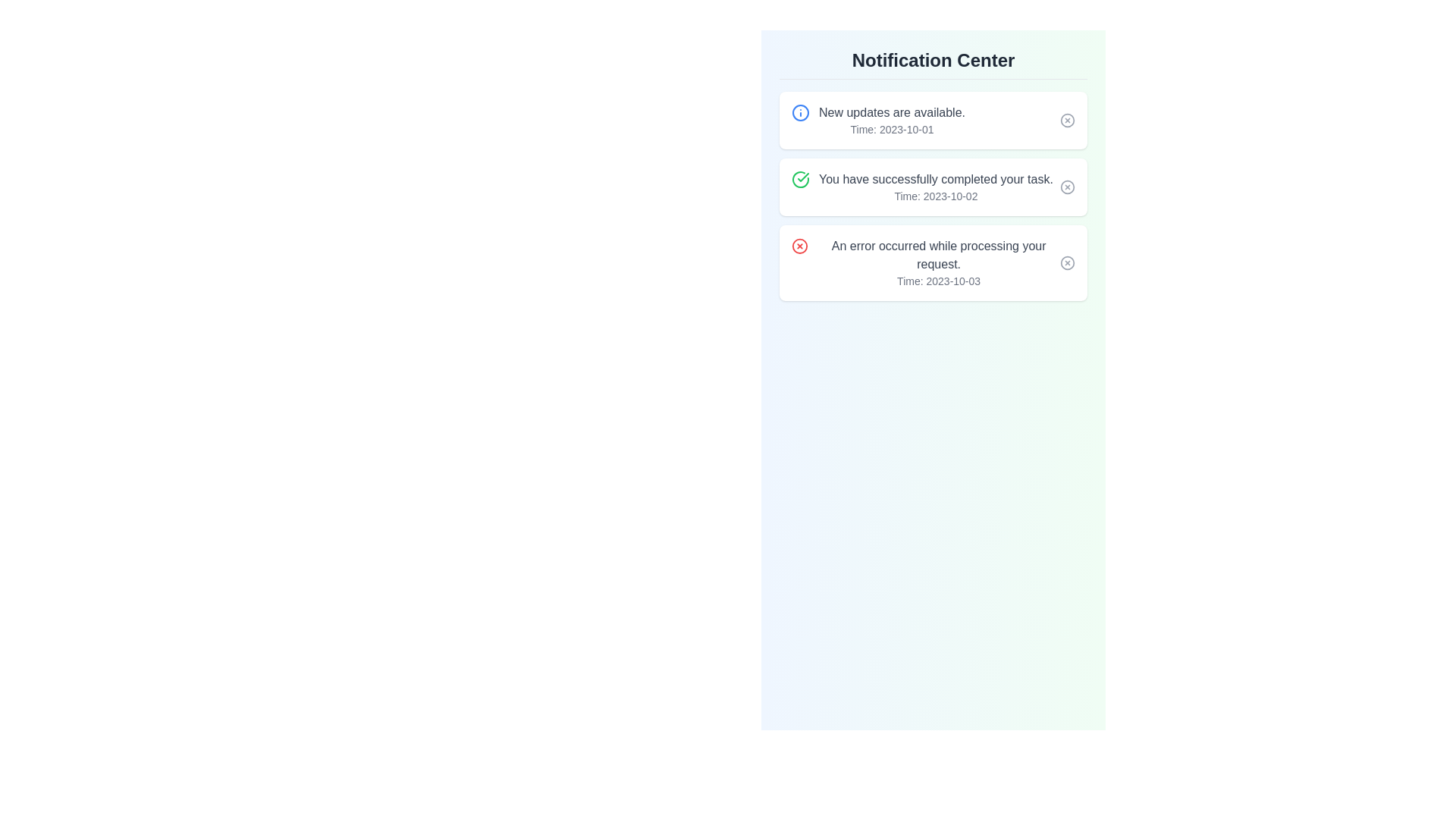  What do you see at coordinates (932, 174) in the screenshot?
I see `the notification panel titled 'Notification Center' to interact with the notifications it contains` at bounding box center [932, 174].